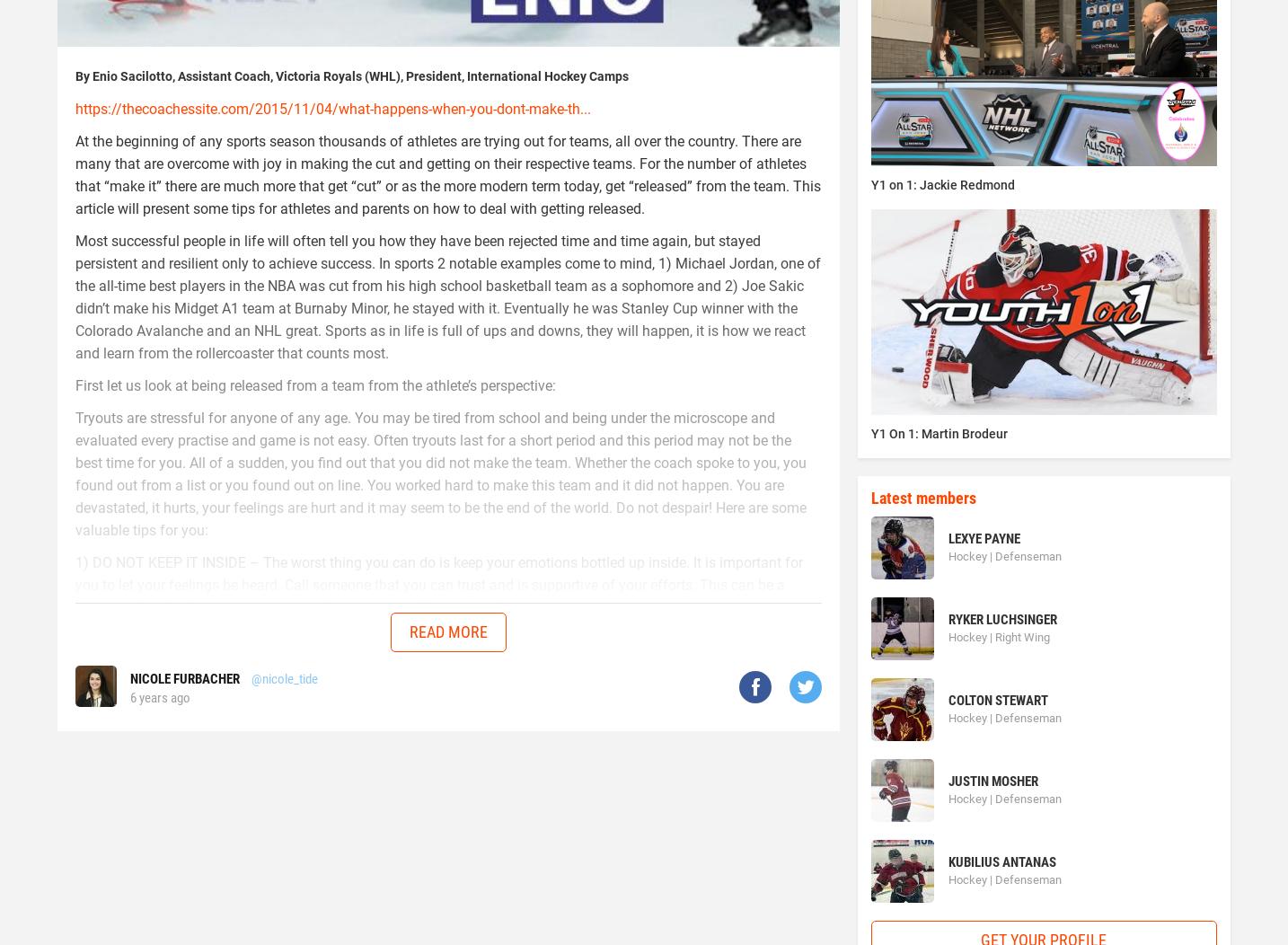 The width and height of the screenshot is (1288, 945). What do you see at coordinates (129, 677) in the screenshot?
I see `'Nicole Furbacher'` at bounding box center [129, 677].